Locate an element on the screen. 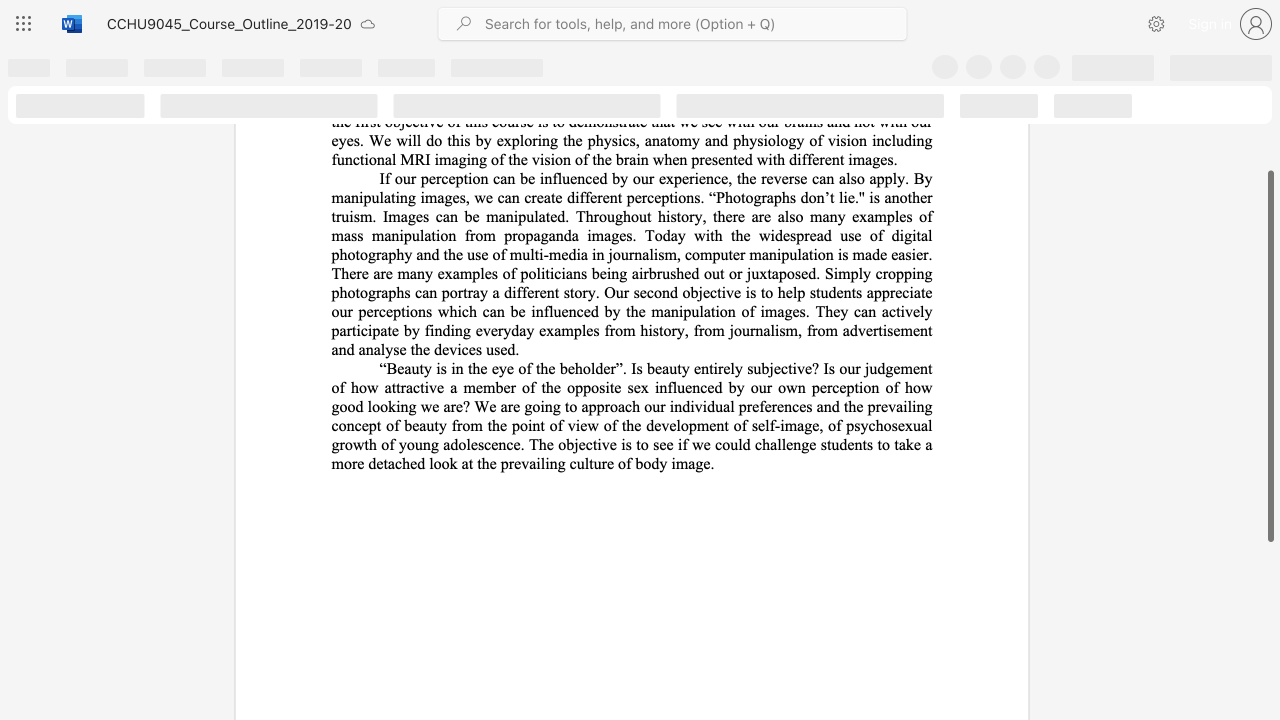  the scrollbar and move down 30 pixels is located at coordinates (1269, 355).